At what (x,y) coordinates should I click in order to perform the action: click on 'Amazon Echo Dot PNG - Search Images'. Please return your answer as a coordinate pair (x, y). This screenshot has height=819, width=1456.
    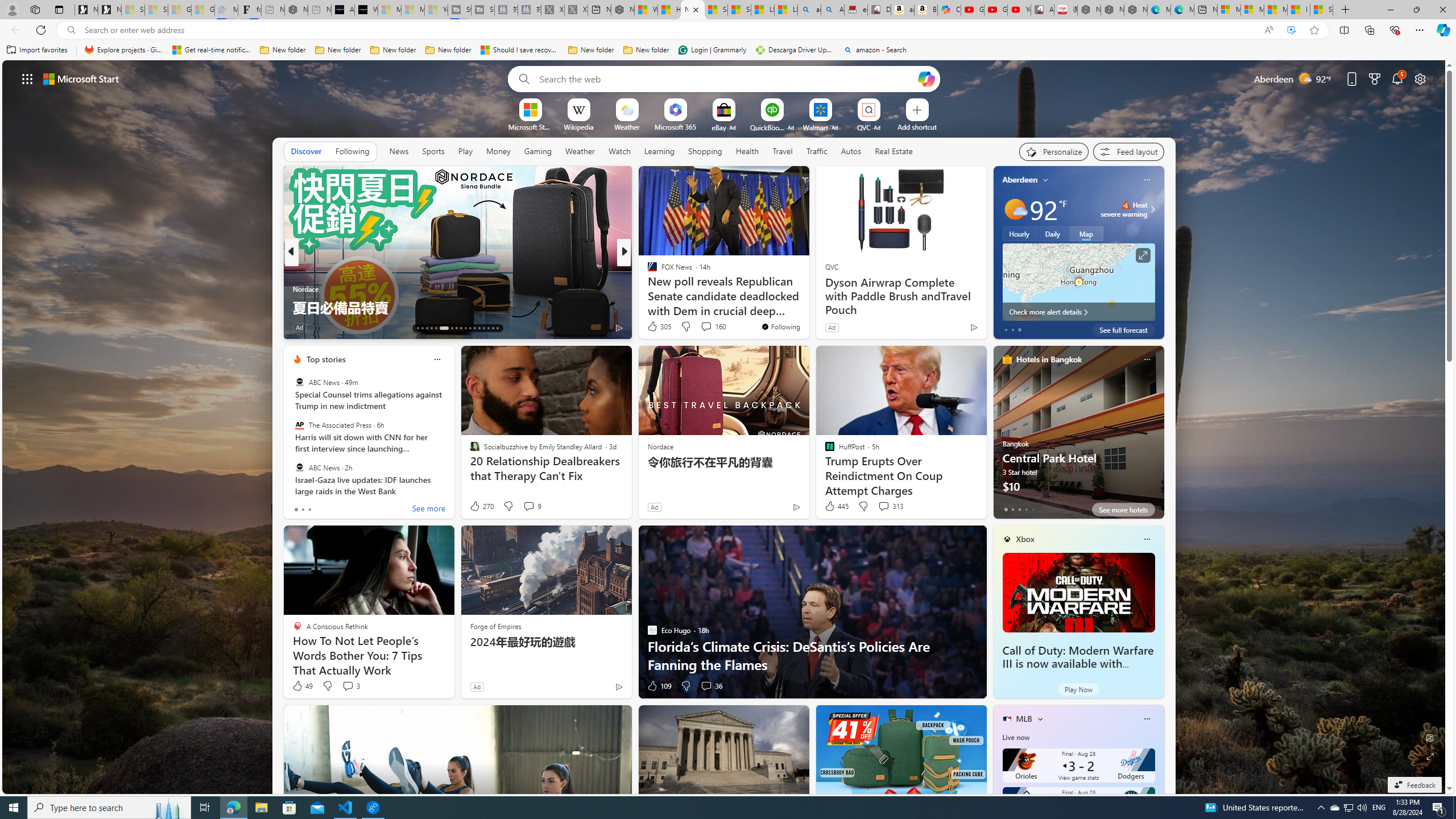
    Looking at the image, I should click on (832, 9).